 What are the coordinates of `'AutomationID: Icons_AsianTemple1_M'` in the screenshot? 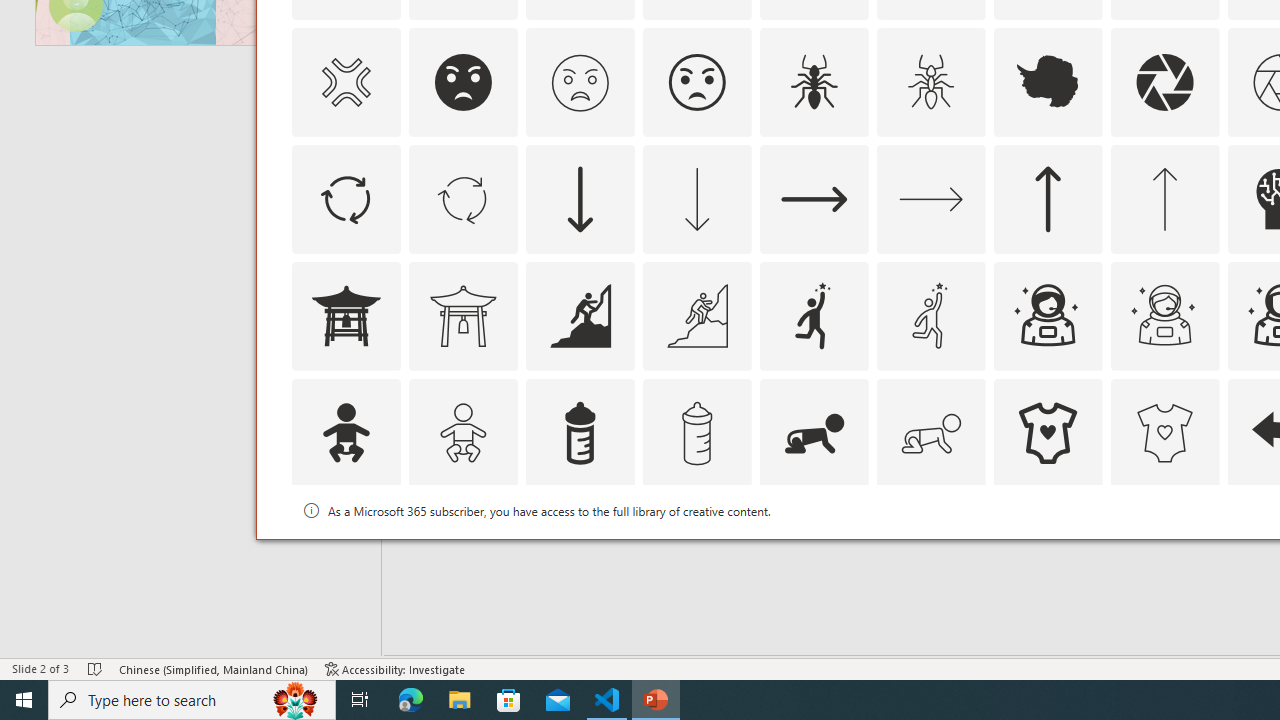 It's located at (462, 315).